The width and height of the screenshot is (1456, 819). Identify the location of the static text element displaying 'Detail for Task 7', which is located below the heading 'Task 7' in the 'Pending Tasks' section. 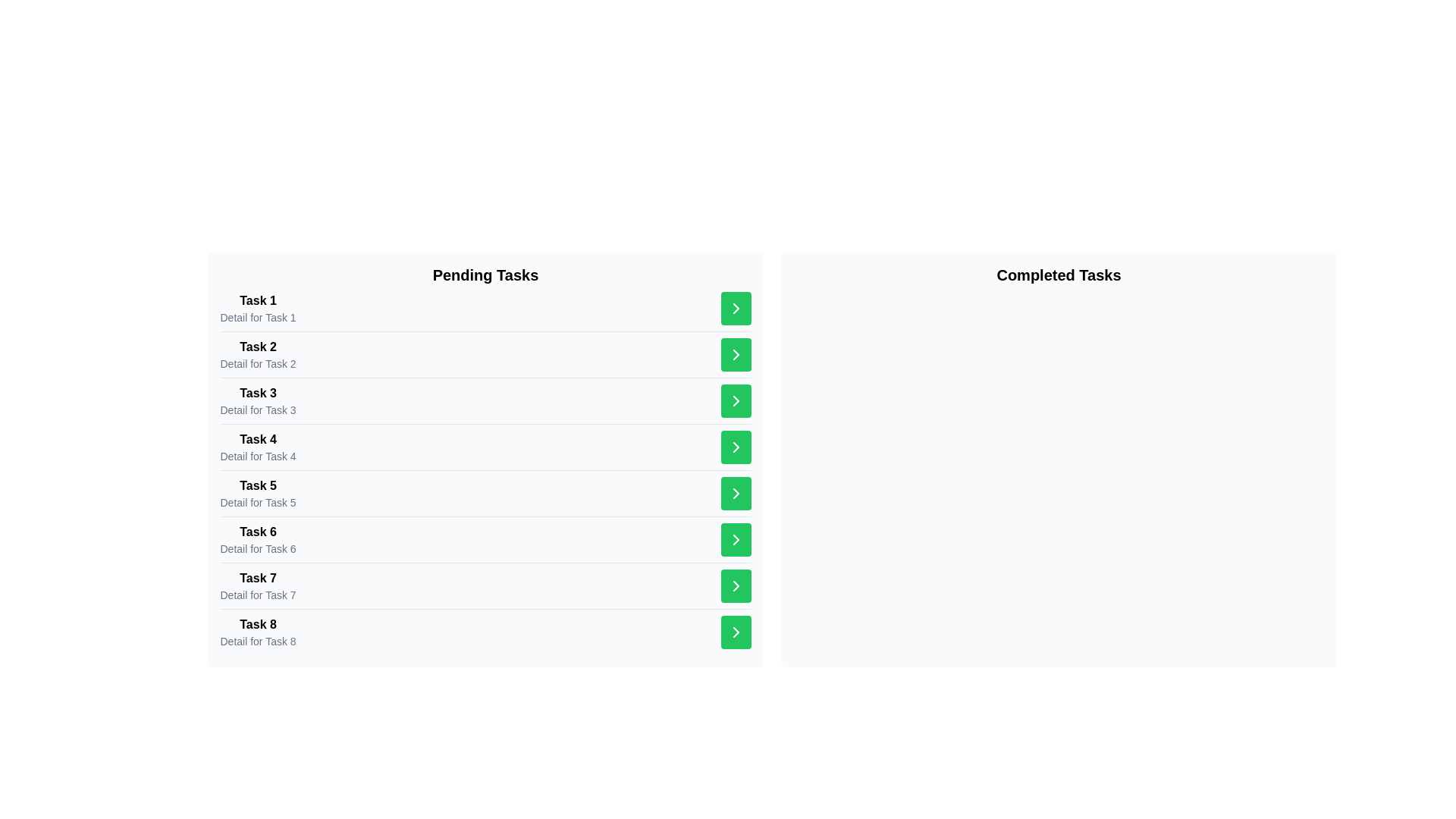
(258, 595).